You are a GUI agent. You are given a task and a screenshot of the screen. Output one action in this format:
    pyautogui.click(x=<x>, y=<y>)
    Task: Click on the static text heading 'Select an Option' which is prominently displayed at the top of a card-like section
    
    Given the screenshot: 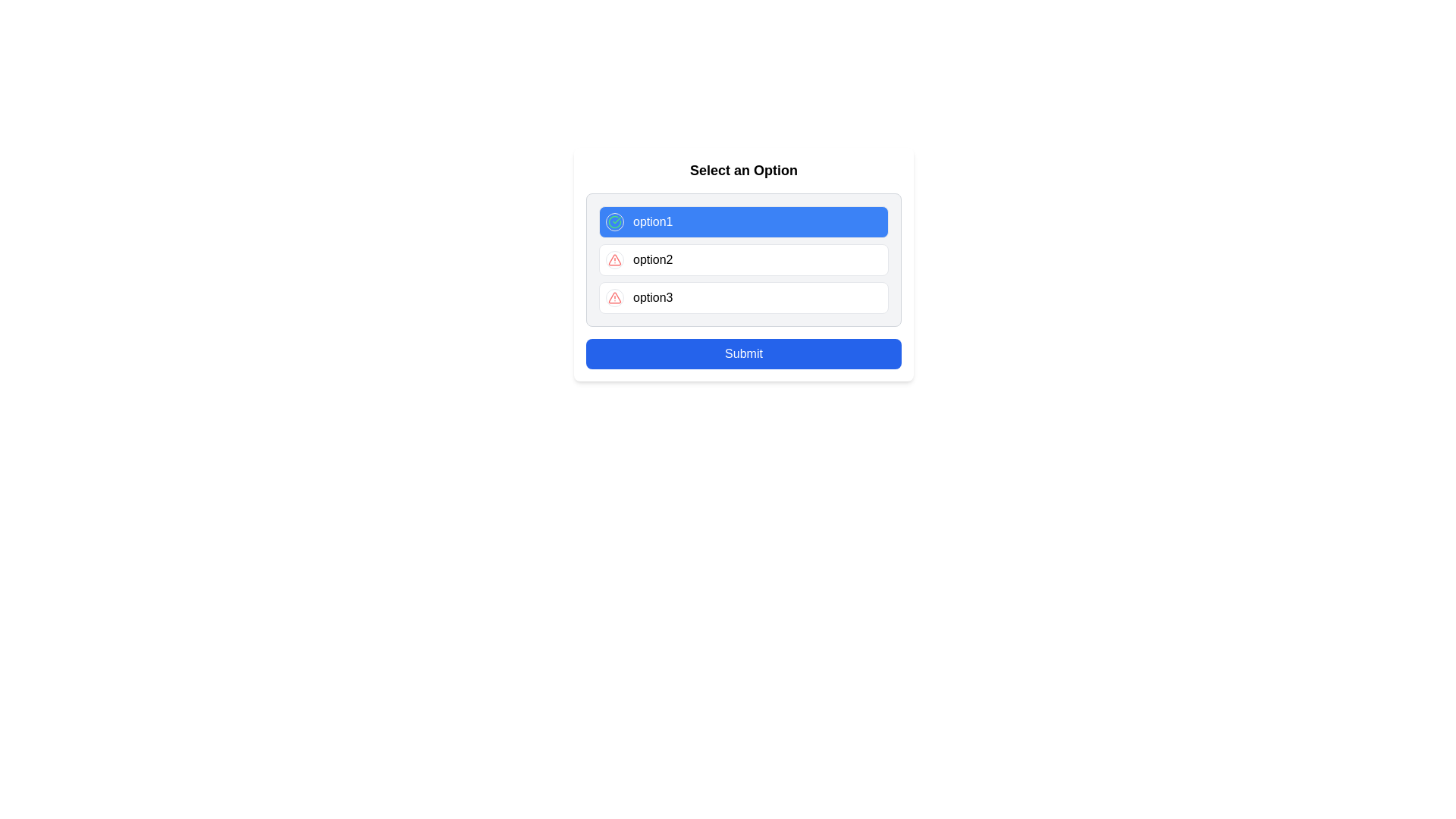 What is the action you would take?
    pyautogui.click(x=743, y=170)
    